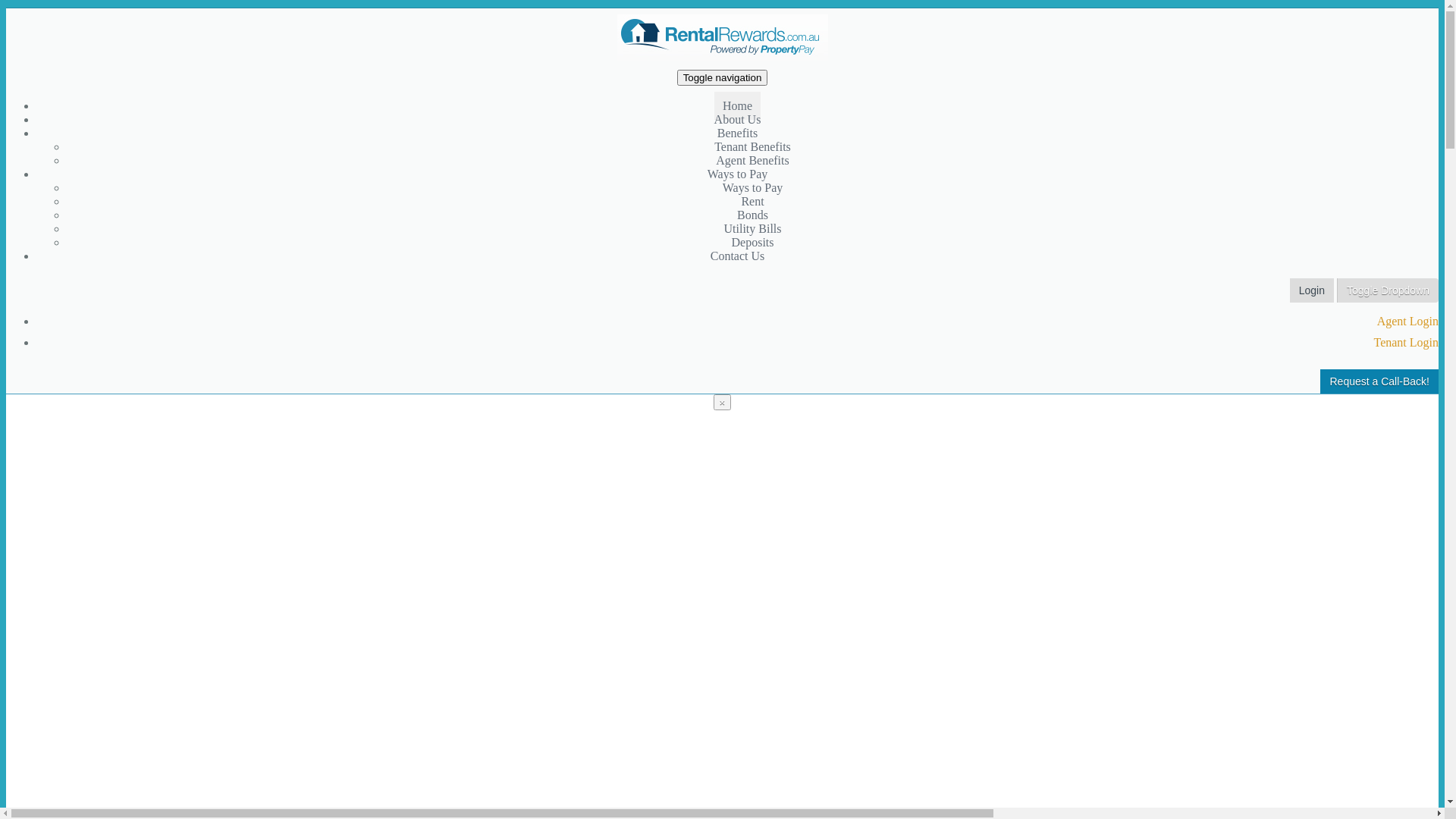 Image resolution: width=1456 pixels, height=819 pixels. Describe the element at coordinates (701, 255) in the screenshot. I see `'Contact Us'` at that location.